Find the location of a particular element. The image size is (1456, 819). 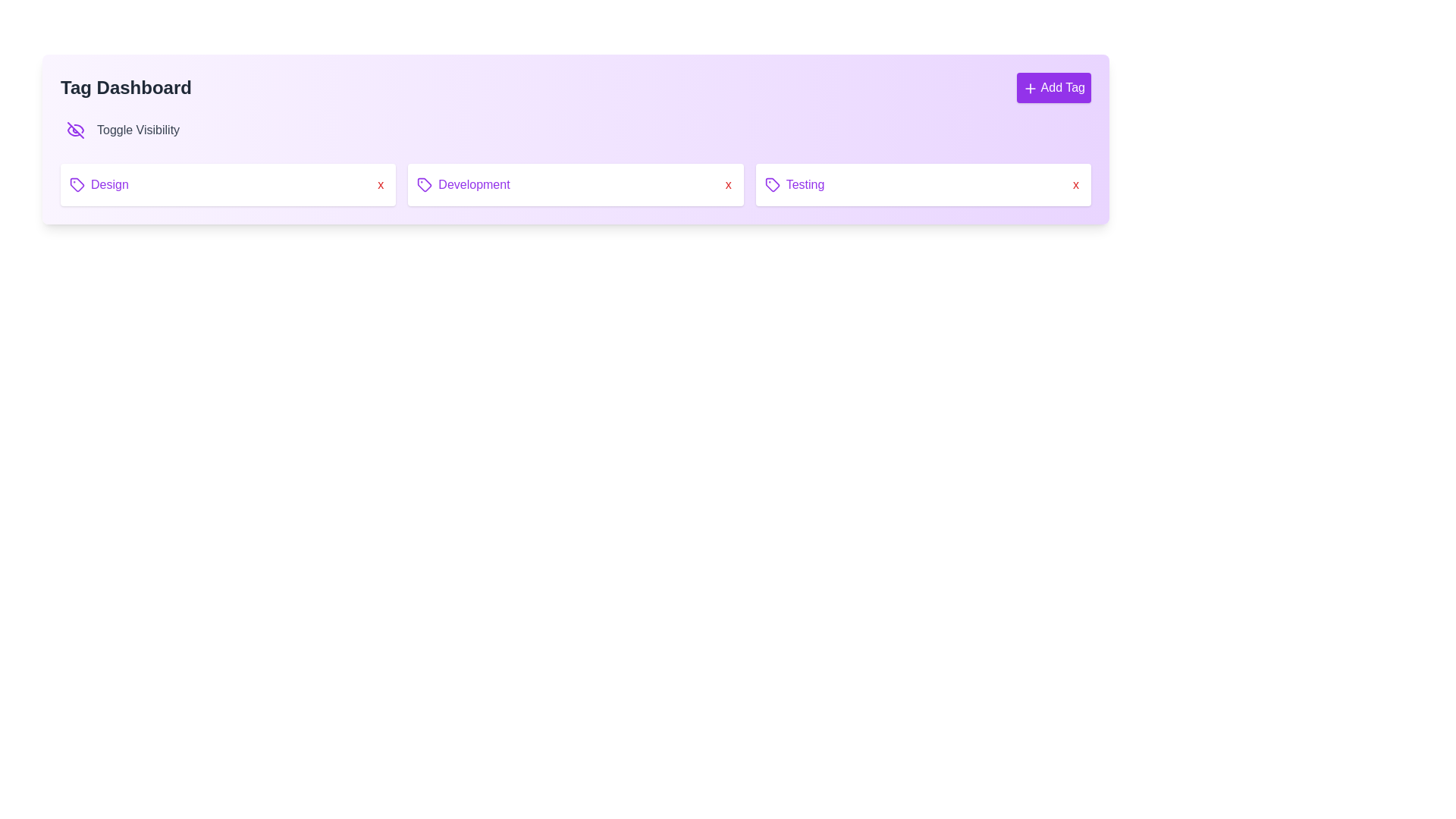

the button within the 'Development' tag is located at coordinates (381, 184).